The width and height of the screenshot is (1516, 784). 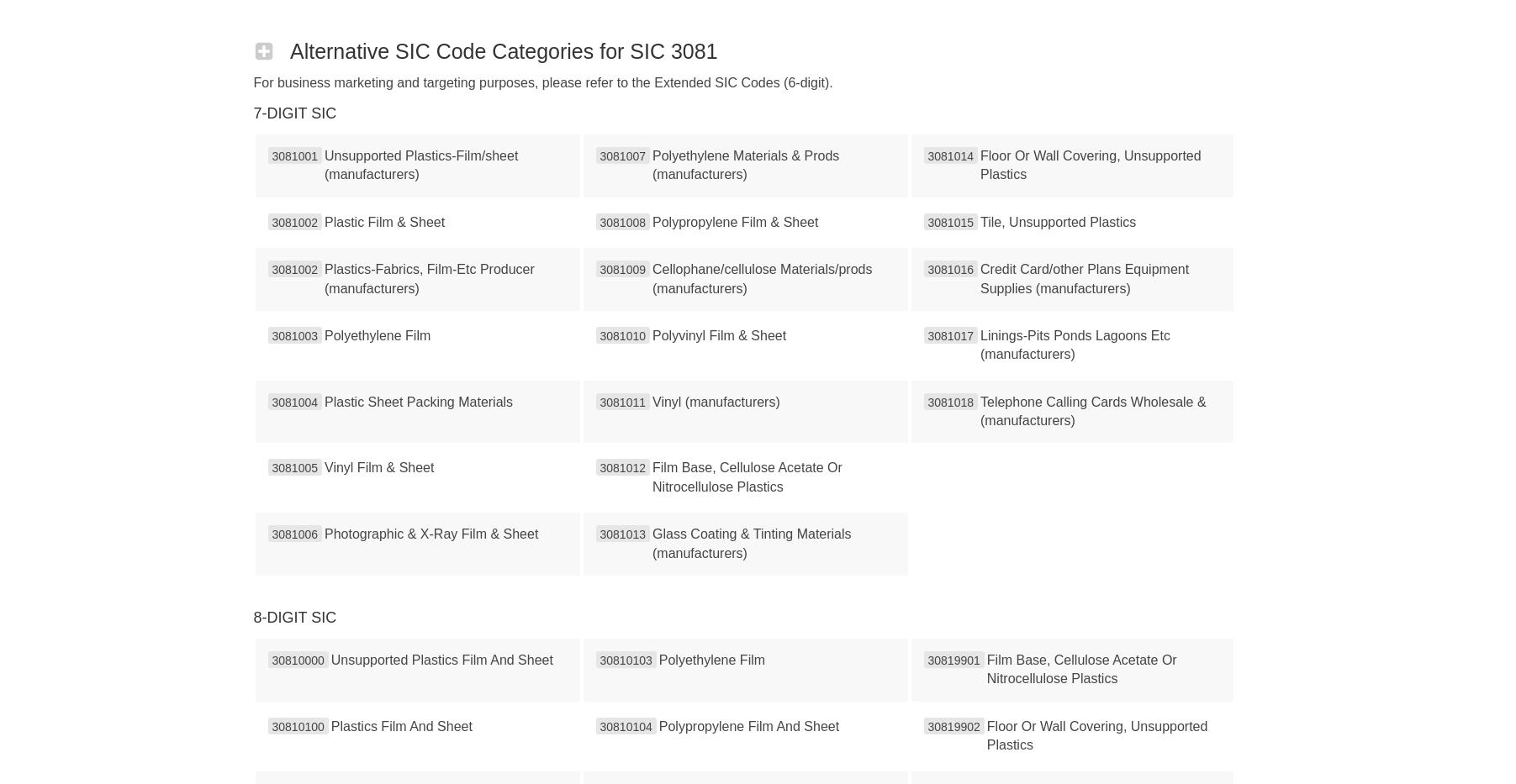 What do you see at coordinates (950, 269) in the screenshot?
I see `'3081016'` at bounding box center [950, 269].